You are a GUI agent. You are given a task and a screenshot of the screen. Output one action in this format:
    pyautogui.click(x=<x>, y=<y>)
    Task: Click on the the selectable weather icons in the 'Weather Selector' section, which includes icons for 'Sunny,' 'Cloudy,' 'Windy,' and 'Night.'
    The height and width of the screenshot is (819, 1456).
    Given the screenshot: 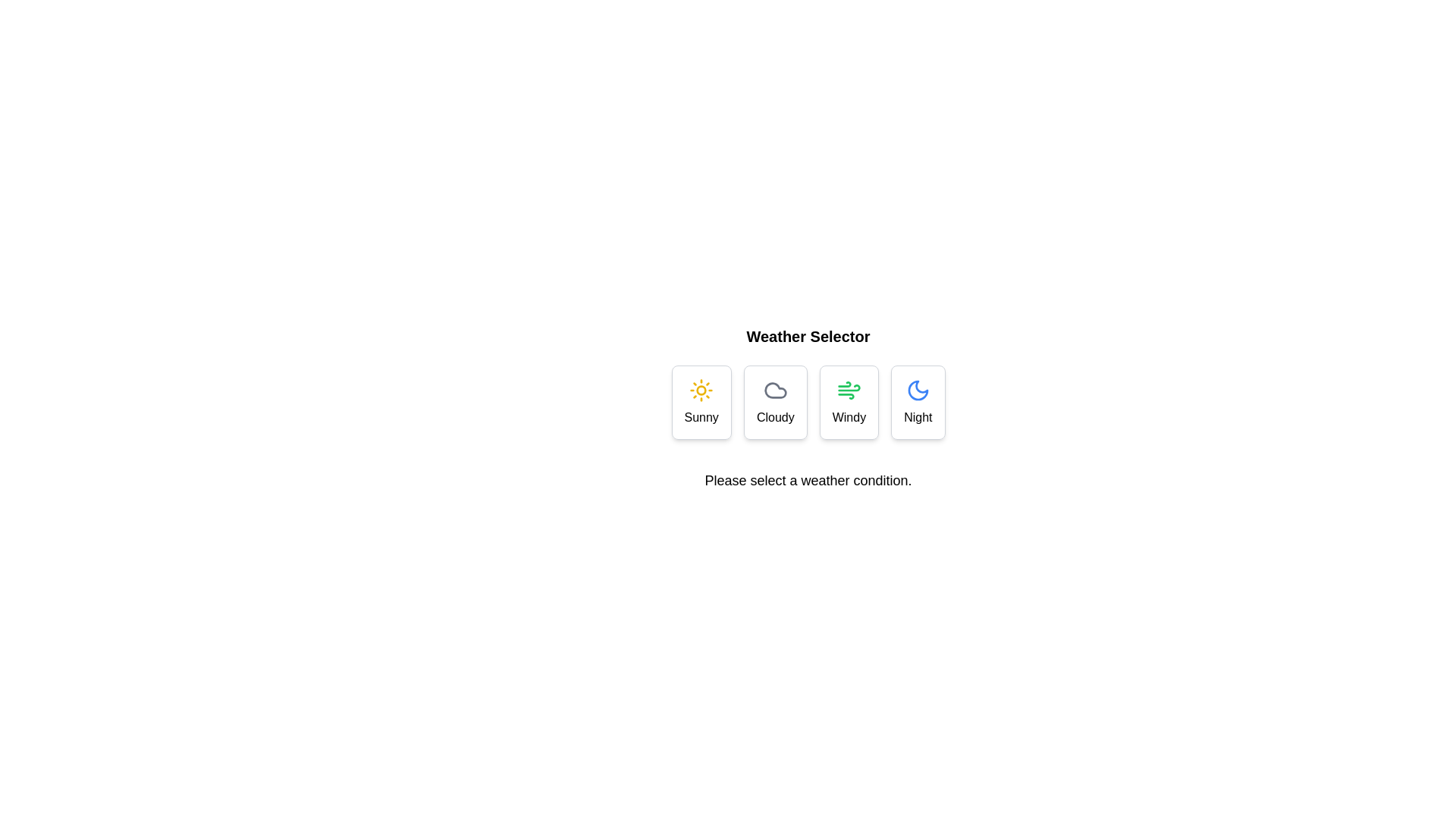 What is the action you would take?
    pyautogui.click(x=807, y=408)
    